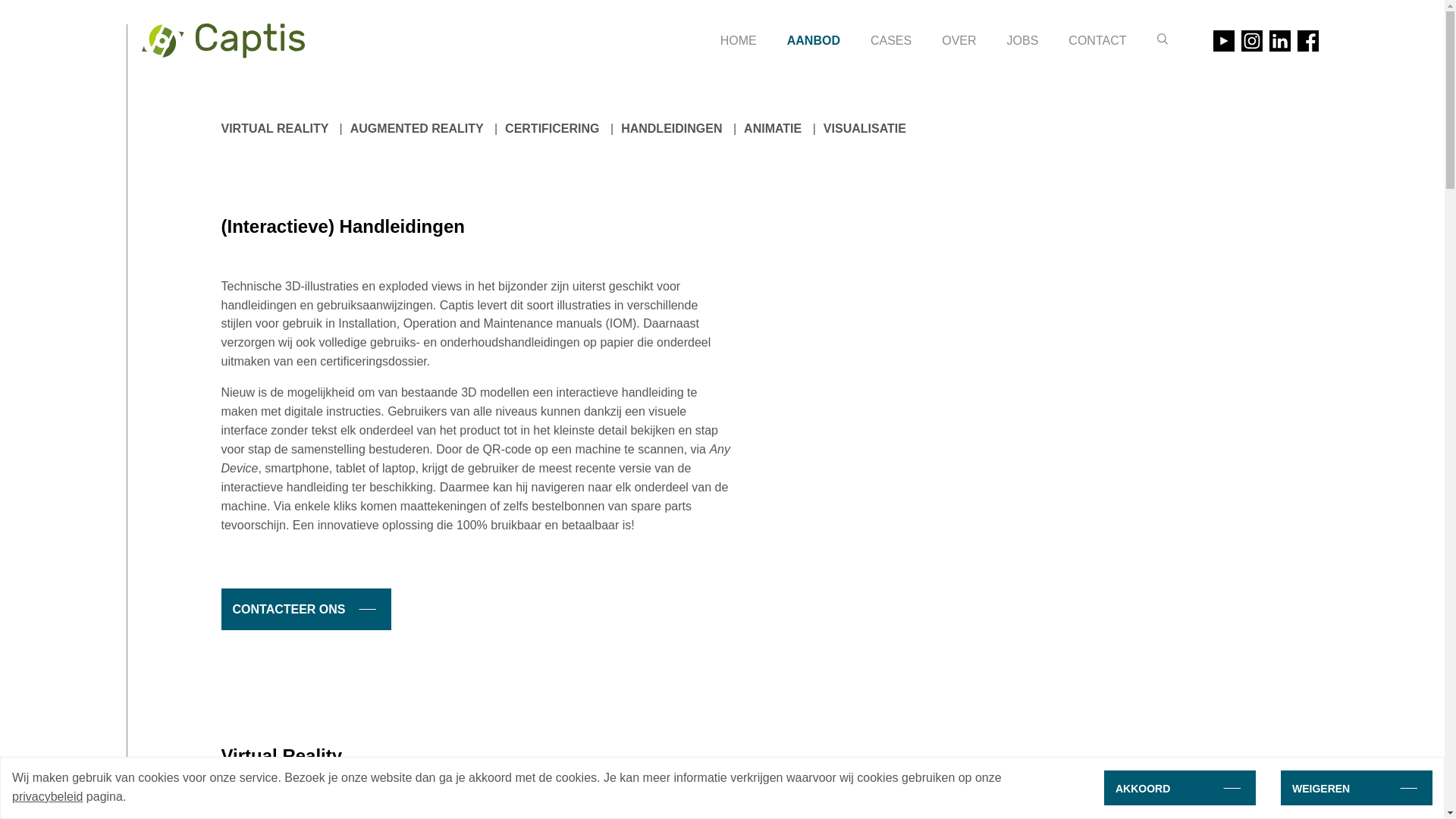  Describe the element at coordinates (1280, 786) in the screenshot. I see `'WEIGEREN'` at that location.